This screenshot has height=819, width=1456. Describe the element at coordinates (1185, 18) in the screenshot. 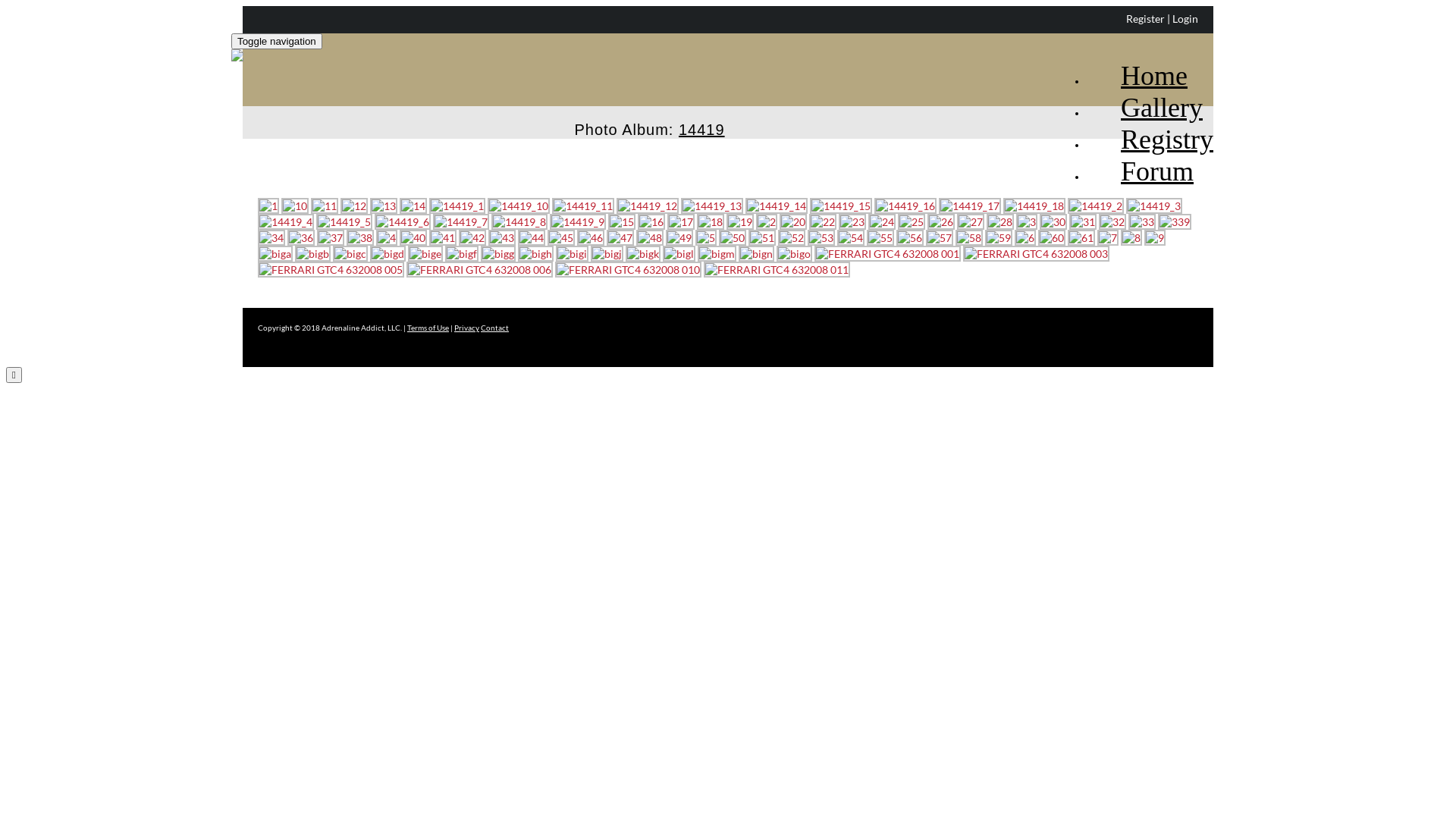

I see `'Login'` at that location.